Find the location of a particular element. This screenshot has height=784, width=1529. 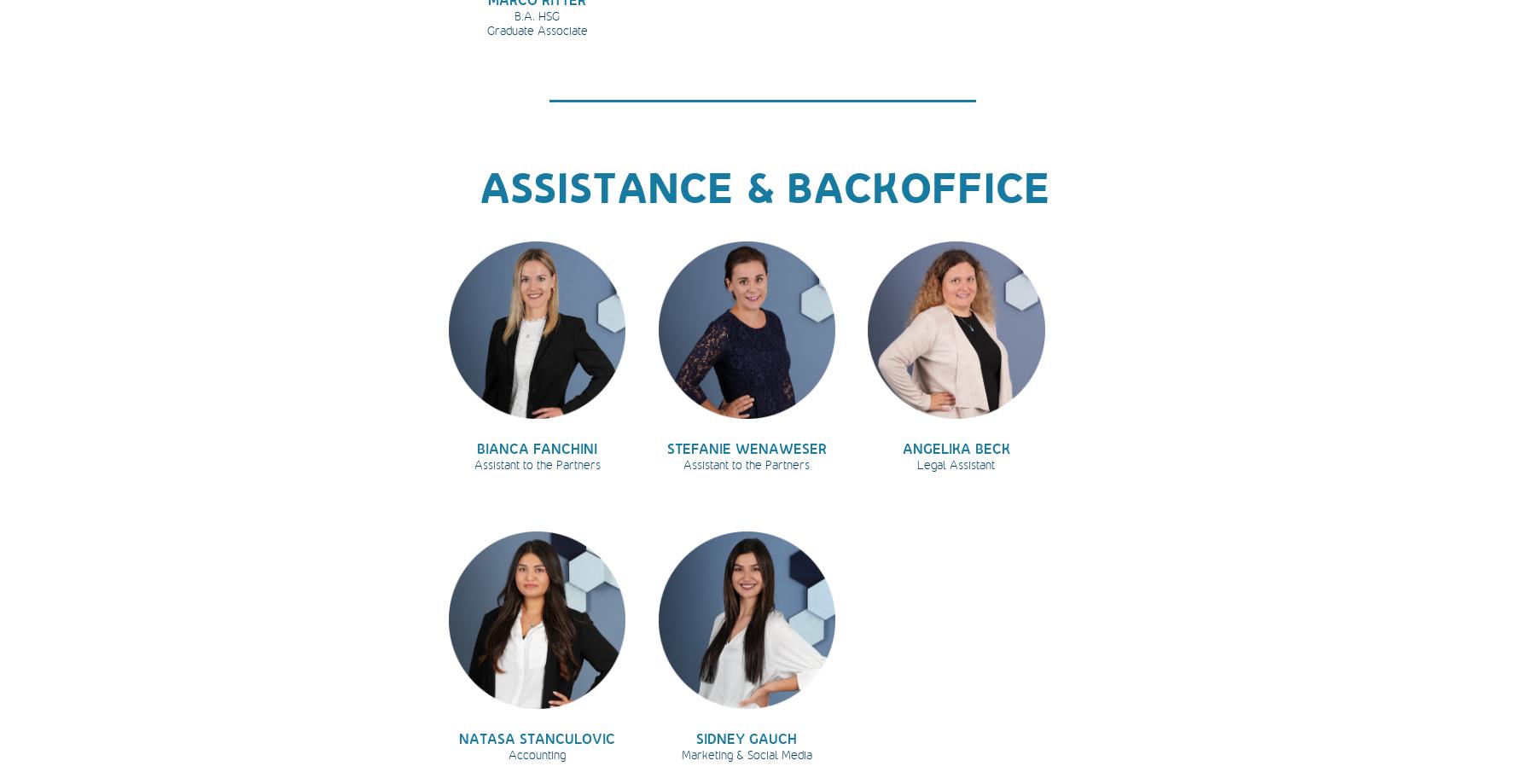

'BIANCA FANCHINI' is located at coordinates (537, 447).